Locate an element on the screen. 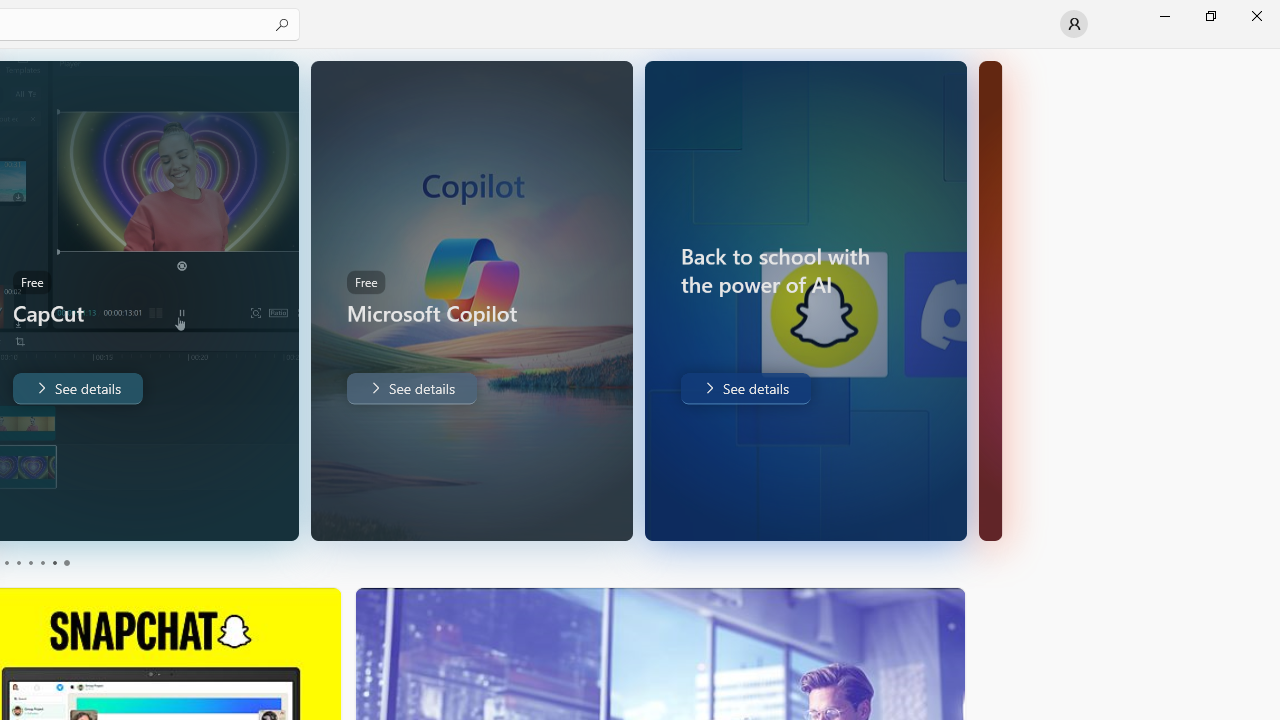 The width and height of the screenshot is (1280, 720). 'Minimize Microsoft Store' is located at coordinates (1164, 15).